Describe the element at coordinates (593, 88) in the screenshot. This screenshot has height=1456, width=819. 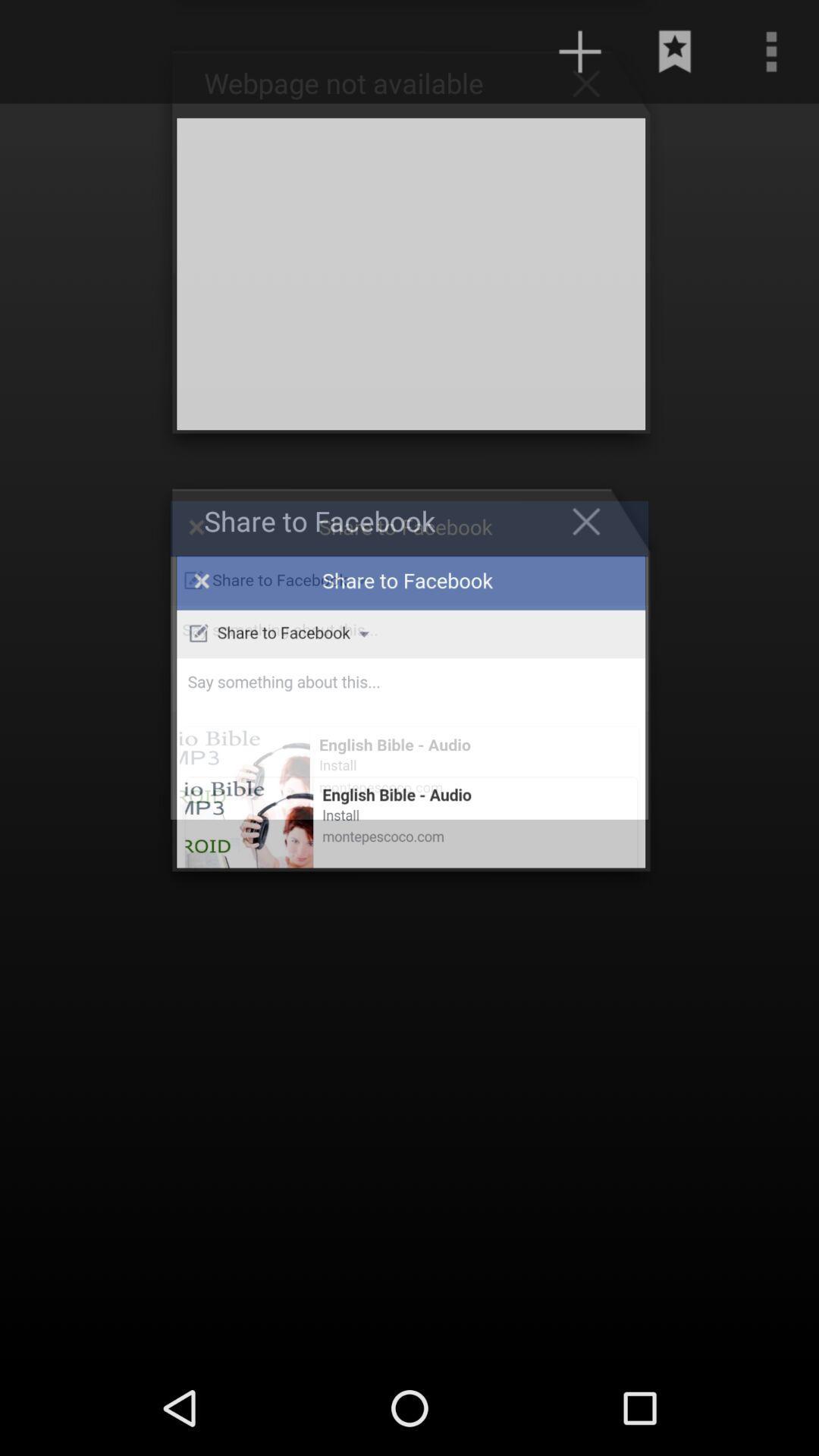
I see `the bookmark icon` at that location.